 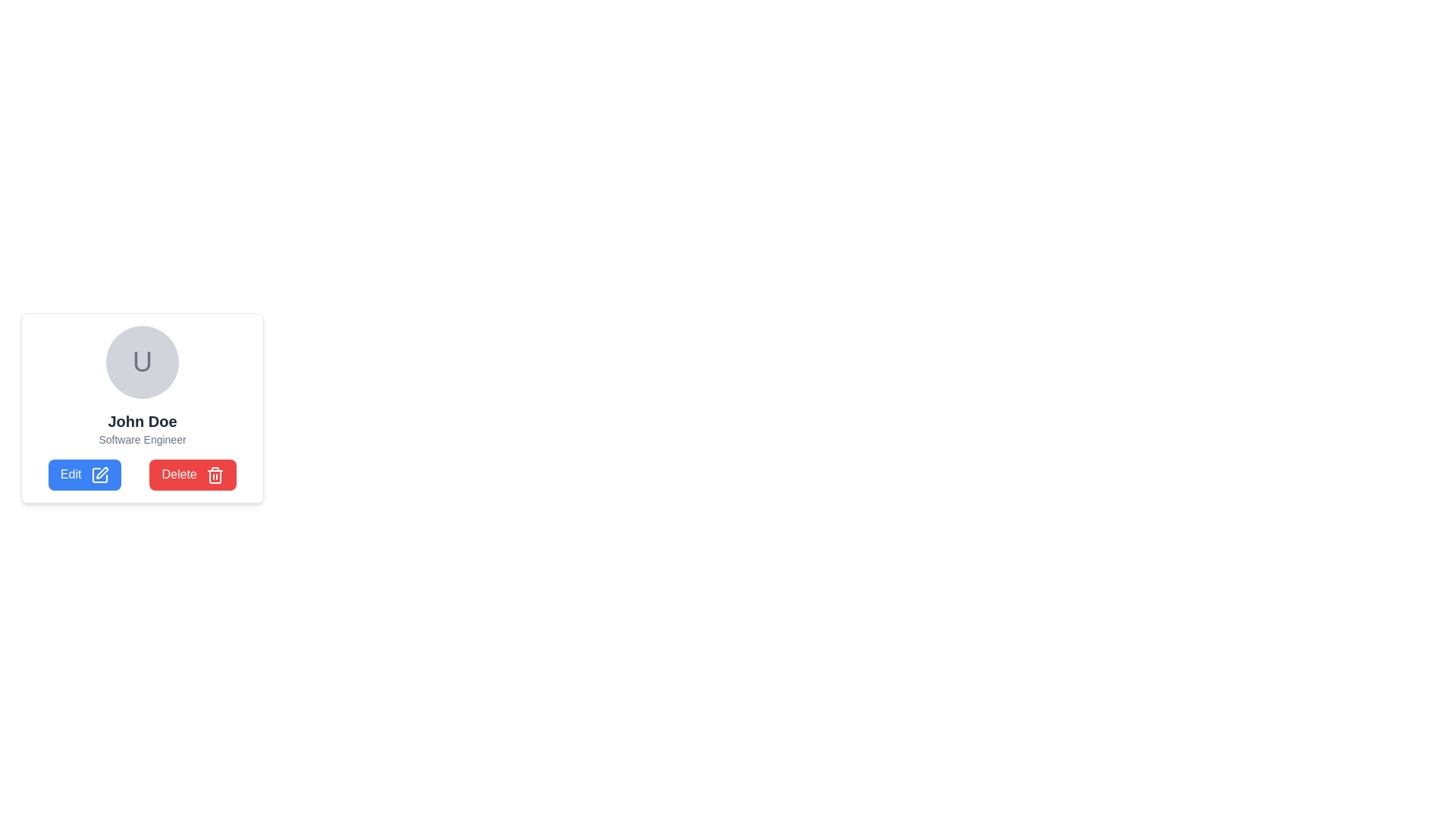 I want to click on the Avatar Placeholder representing the user's profile picture, which is located at the top of the card UI containing 'John Doe' and 'Software Engineer', so click(x=142, y=362).